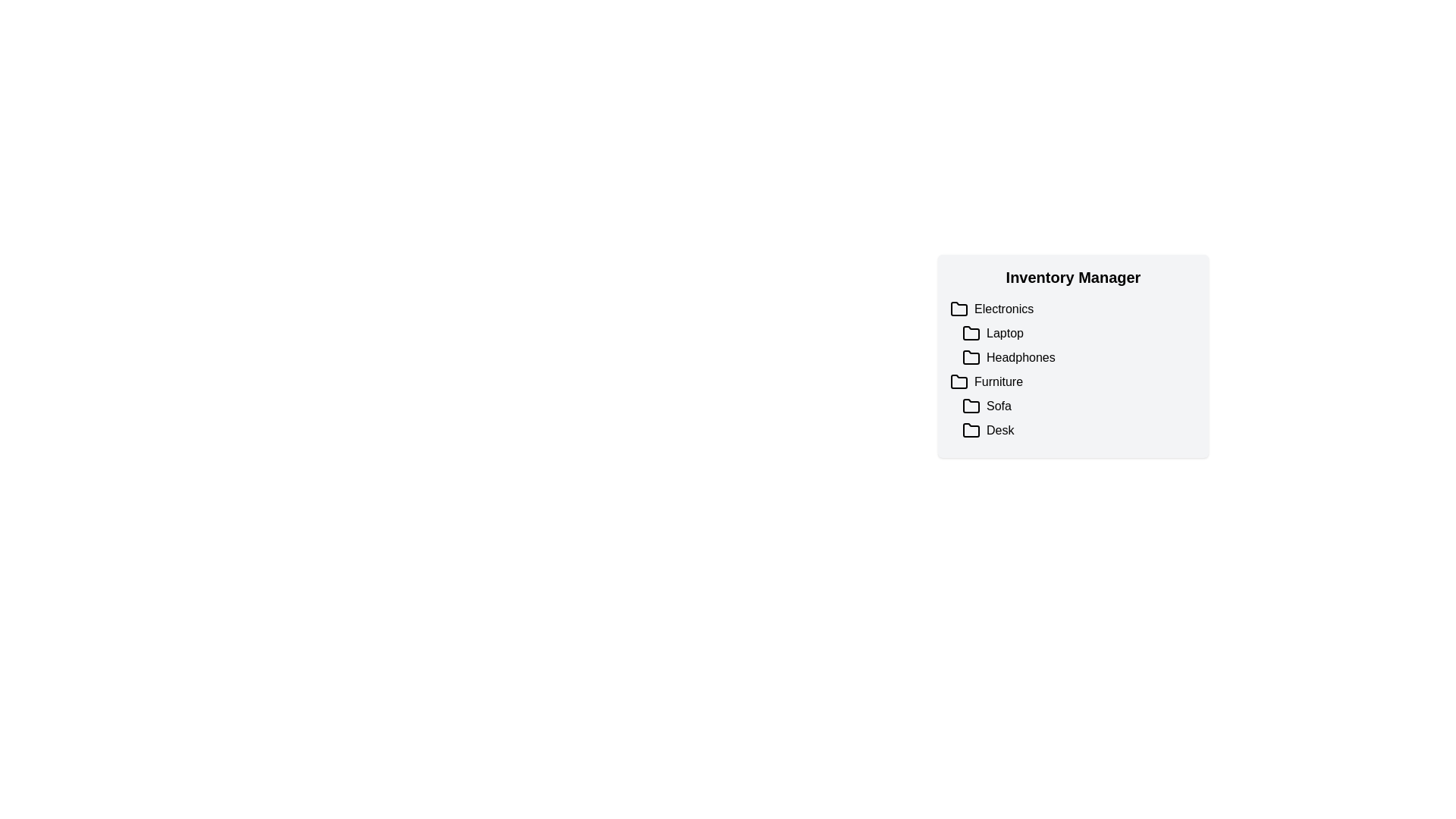  I want to click on the folder icon representing the 'Desk' entry in the 'Inventory Manager' list view, which is the last visible entry, so click(971, 430).